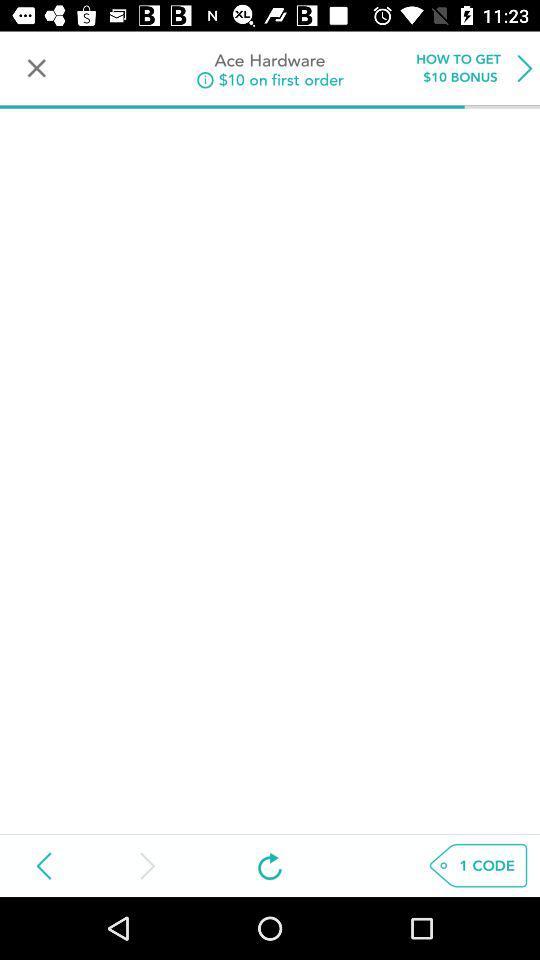 Image resolution: width=540 pixels, height=960 pixels. I want to click on the arrow_backward icon, so click(44, 864).